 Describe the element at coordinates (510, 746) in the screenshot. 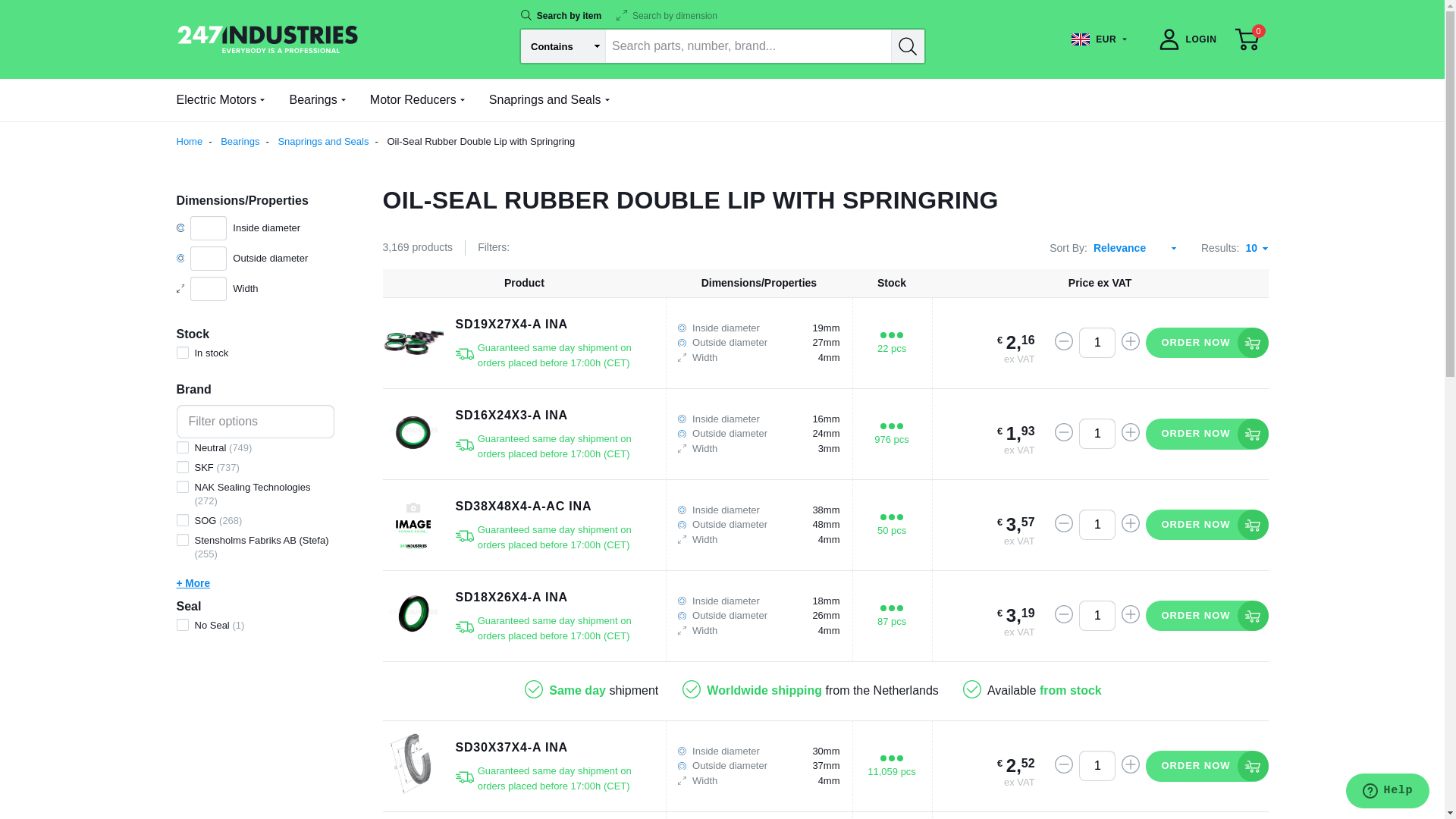

I see `'SD30X37X4-A INA'` at that location.